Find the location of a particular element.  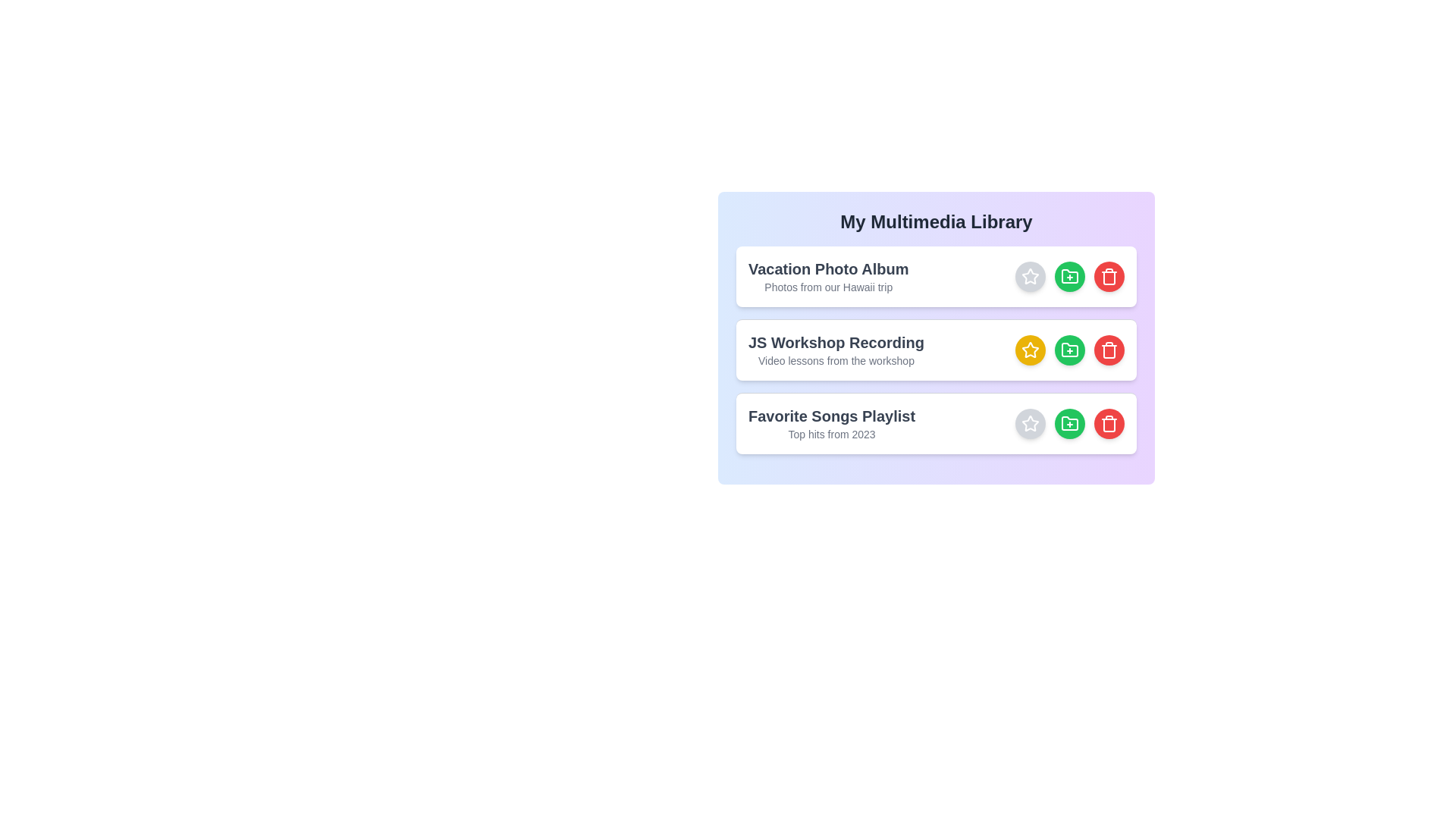

the Trash icon button located in the third row of the 'Favorite Songs Playlist' entry is located at coordinates (1109, 424).